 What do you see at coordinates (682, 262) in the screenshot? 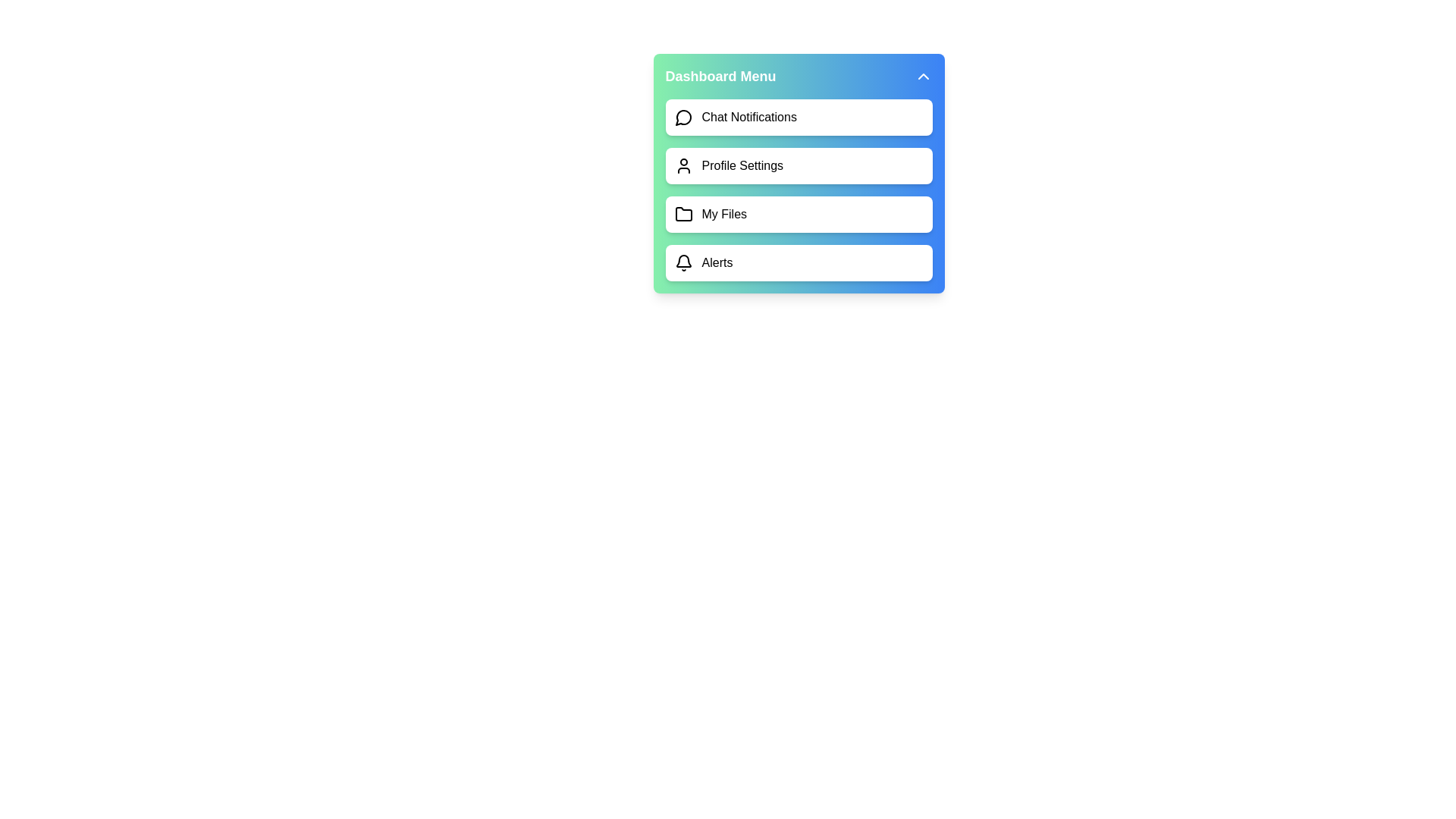
I see `the icon corresponding to Alerts` at bounding box center [682, 262].